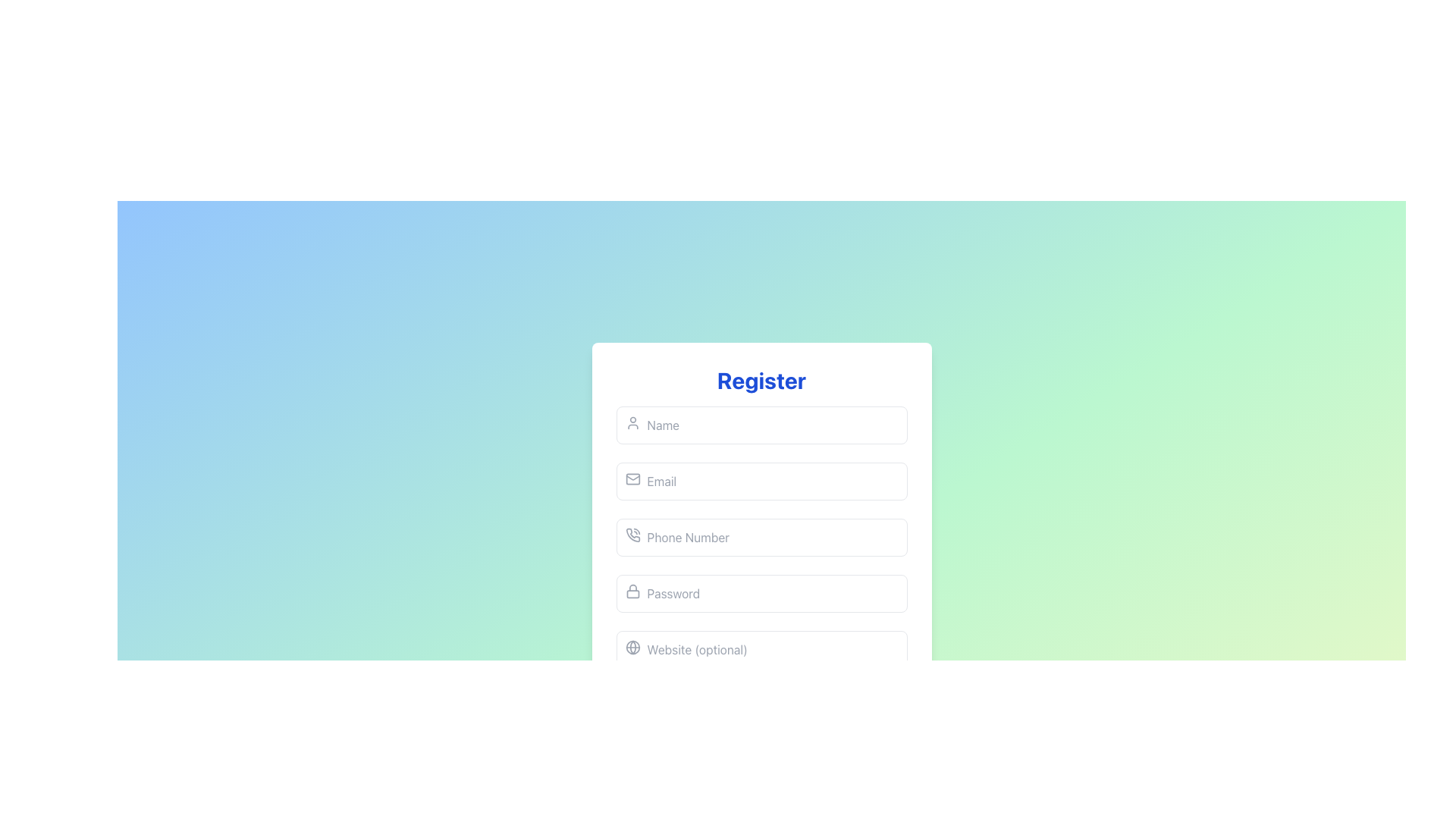  Describe the element at coordinates (632, 534) in the screenshot. I see `the phone number input field icon, which is located to the left of the input field labeled 'Phone Number' in the form` at that location.